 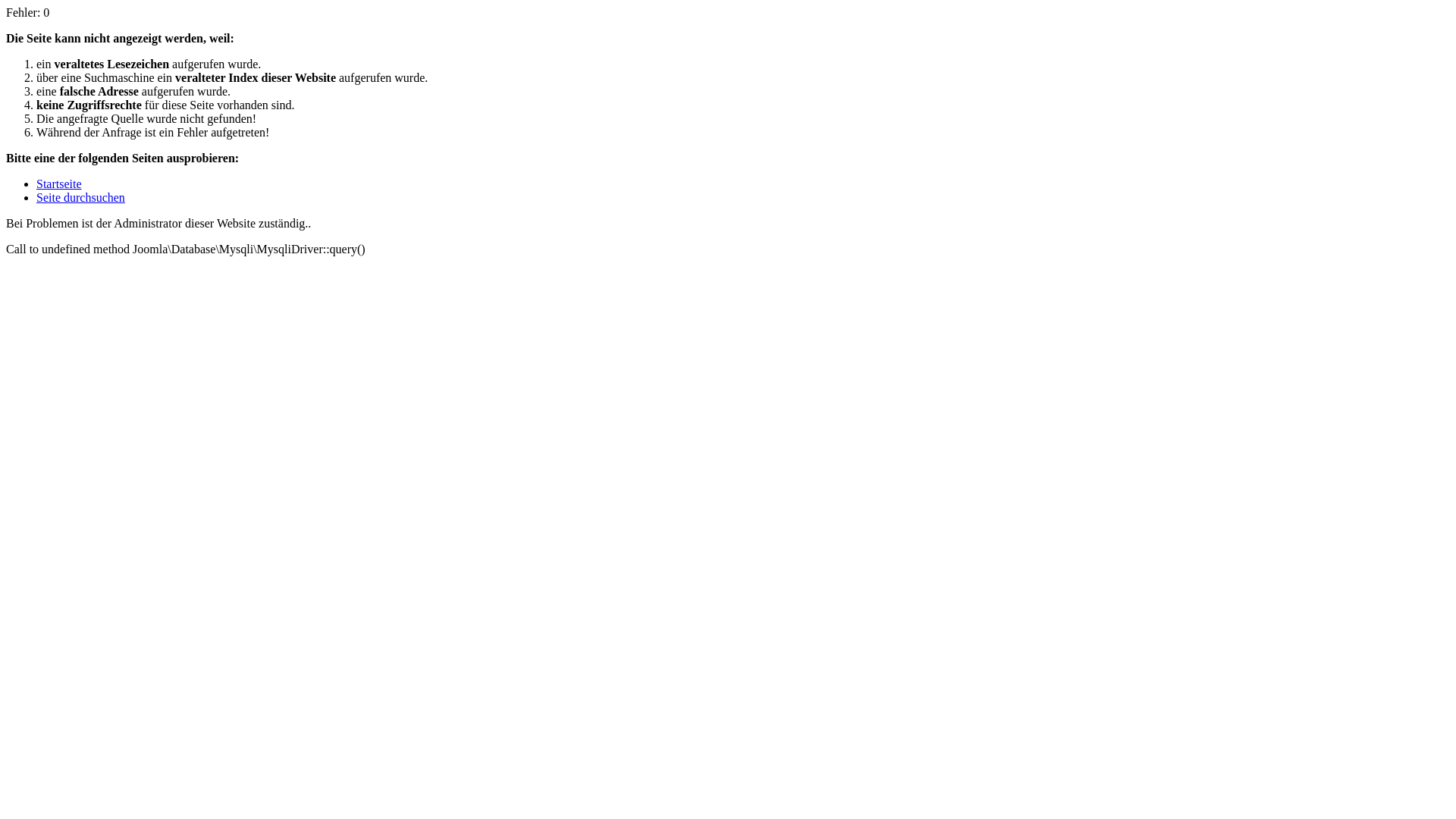 What do you see at coordinates (80, 196) in the screenshot?
I see `'Seite durchsuchen'` at bounding box center [80, 196].